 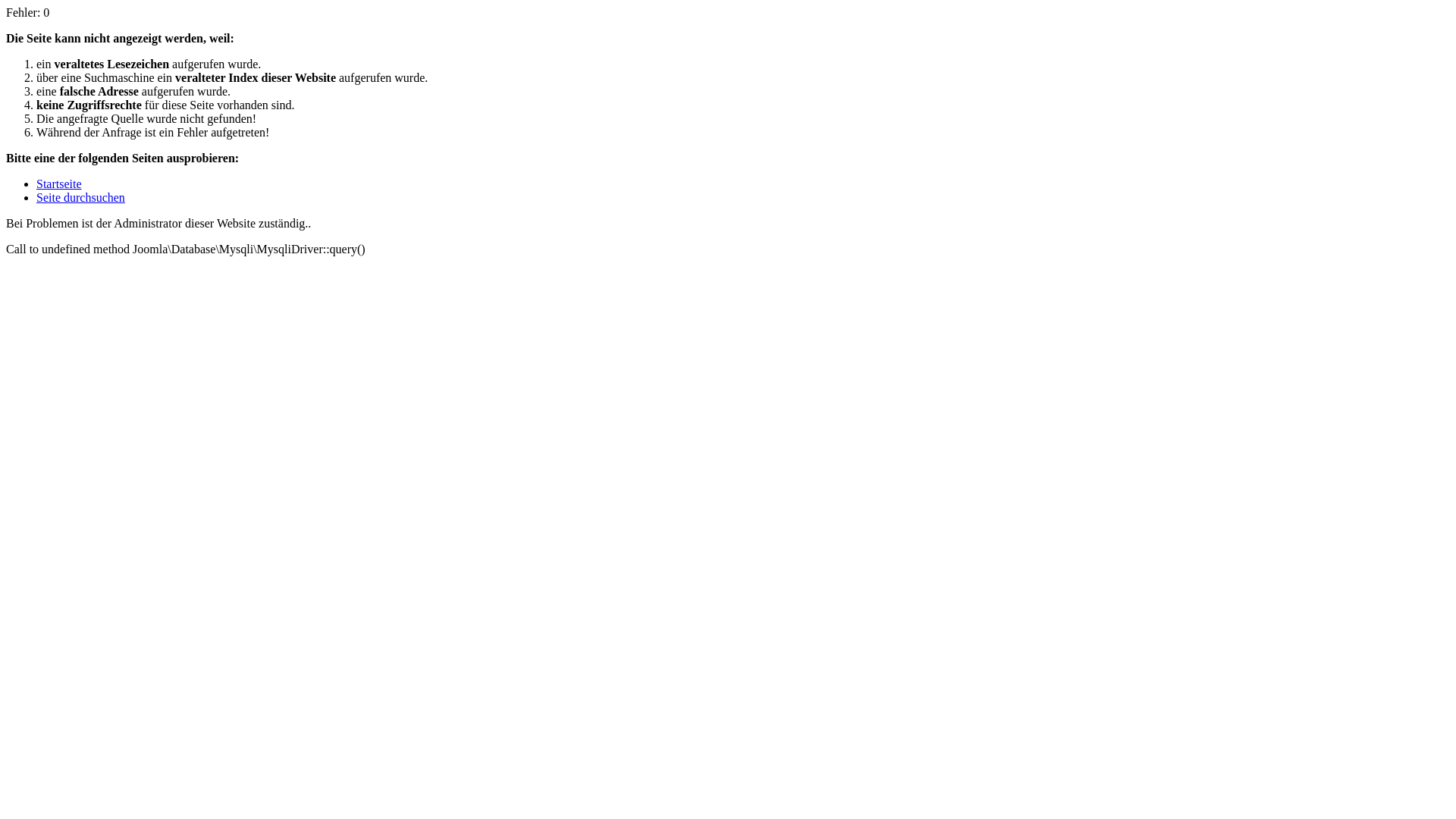 What do you see at coordinates (80, 196) in the screenshot?
I see `'Seite durchsuchen'` at bounding box center [80, 196].